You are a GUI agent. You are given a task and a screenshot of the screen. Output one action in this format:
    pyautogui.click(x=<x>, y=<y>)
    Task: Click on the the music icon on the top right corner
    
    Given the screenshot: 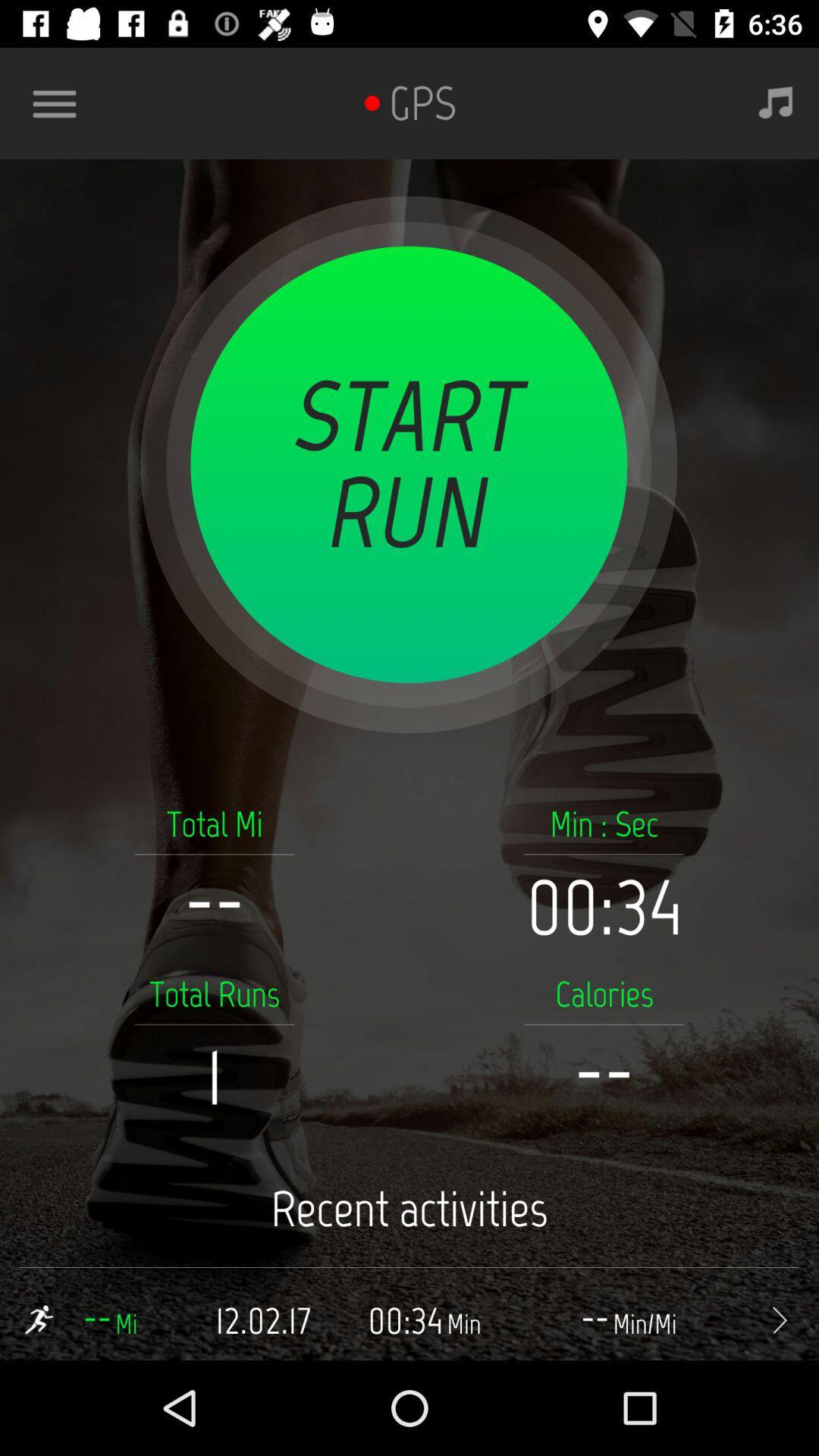 What is the action you would take?
    pyautogui.click(x=776, y=102)
    